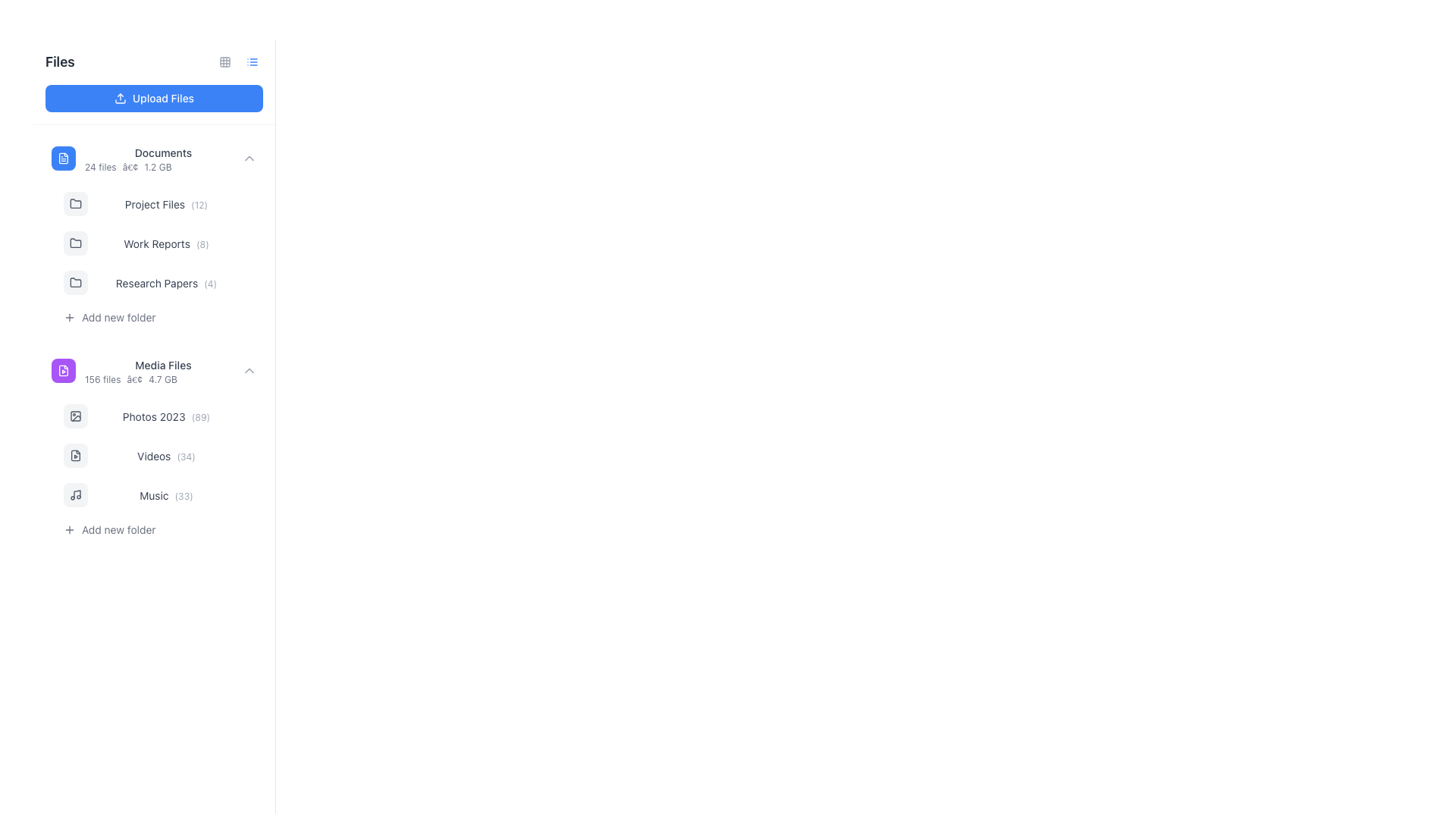 The width and height of the screenshot is (1456, 819). What do you see at coordinates (155, 203) in the screenshot?
I see `the text label 'Project Files' located in the left-side panel under the 'Documents' section` at bounding box center [155, 203].